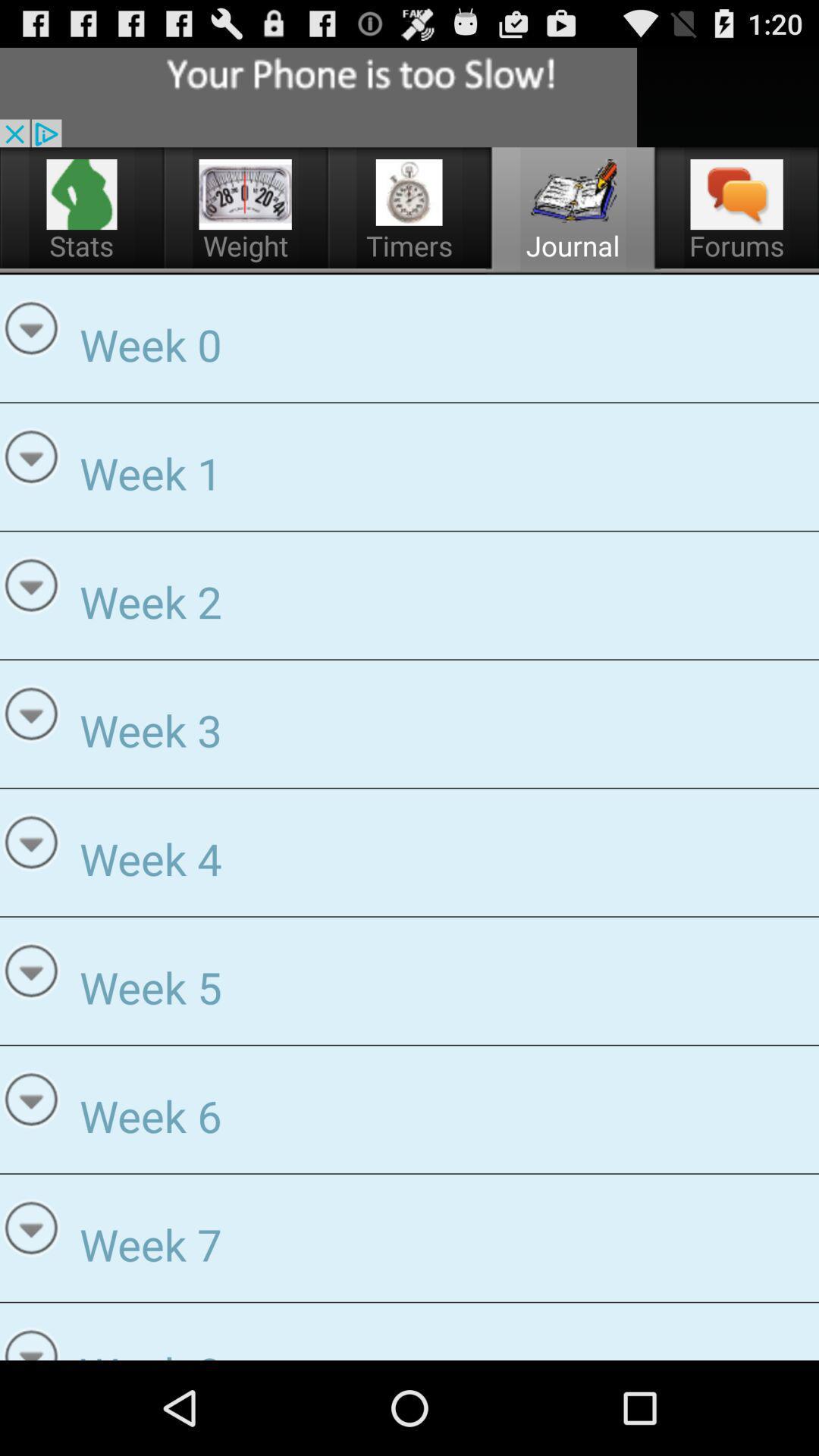 This screenshot has width=819, height=1456. Describe the element at coordinates (318, 96) in the screenshot. I see `advertisement` at that location.